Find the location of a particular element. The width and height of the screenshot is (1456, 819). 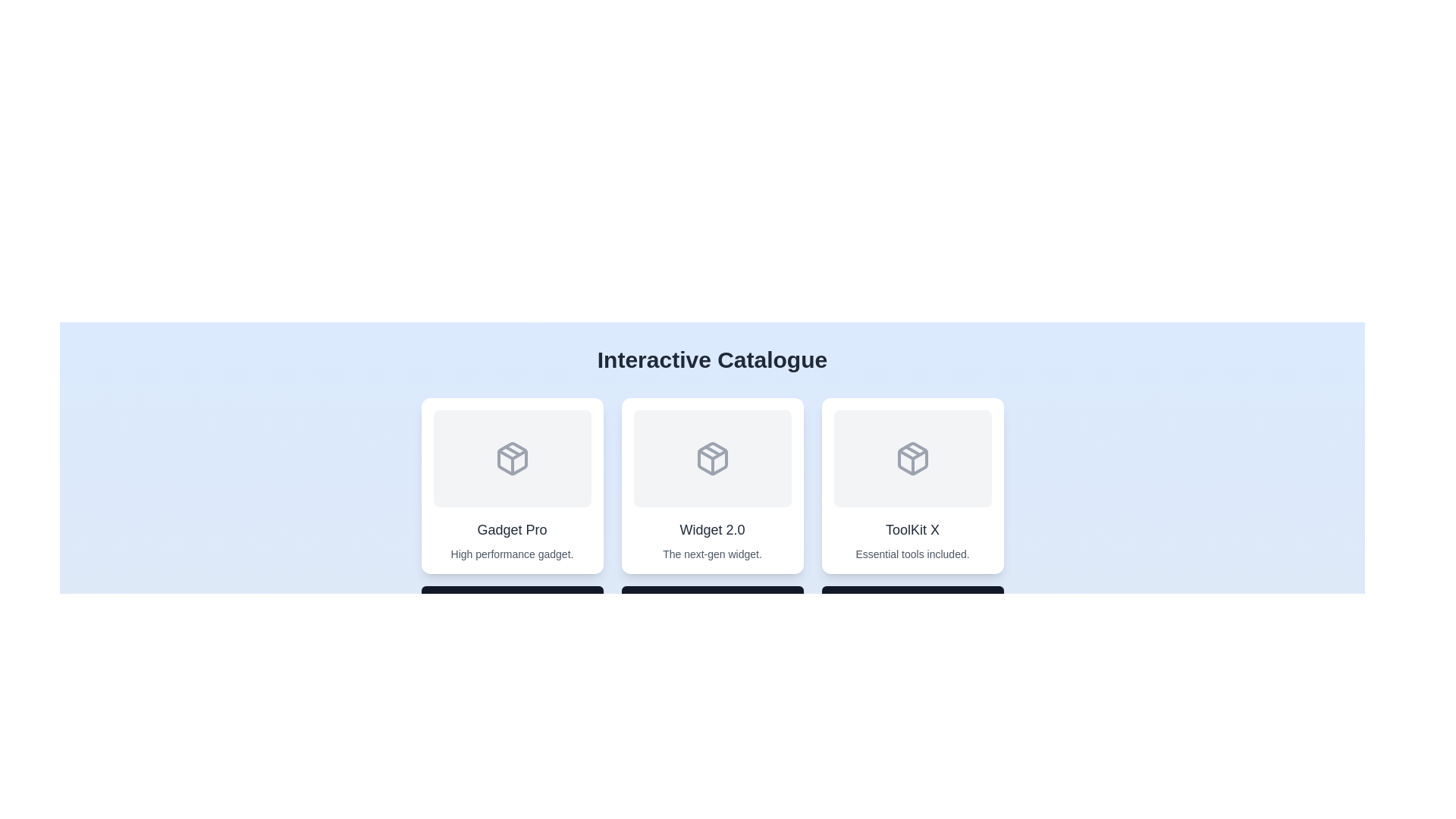

the static text label displaying 'Widget 2.0', which is located in the center segment of the 'Interactive Catalogue' section, part of the second card from the left is located at coordinates (711, 529).